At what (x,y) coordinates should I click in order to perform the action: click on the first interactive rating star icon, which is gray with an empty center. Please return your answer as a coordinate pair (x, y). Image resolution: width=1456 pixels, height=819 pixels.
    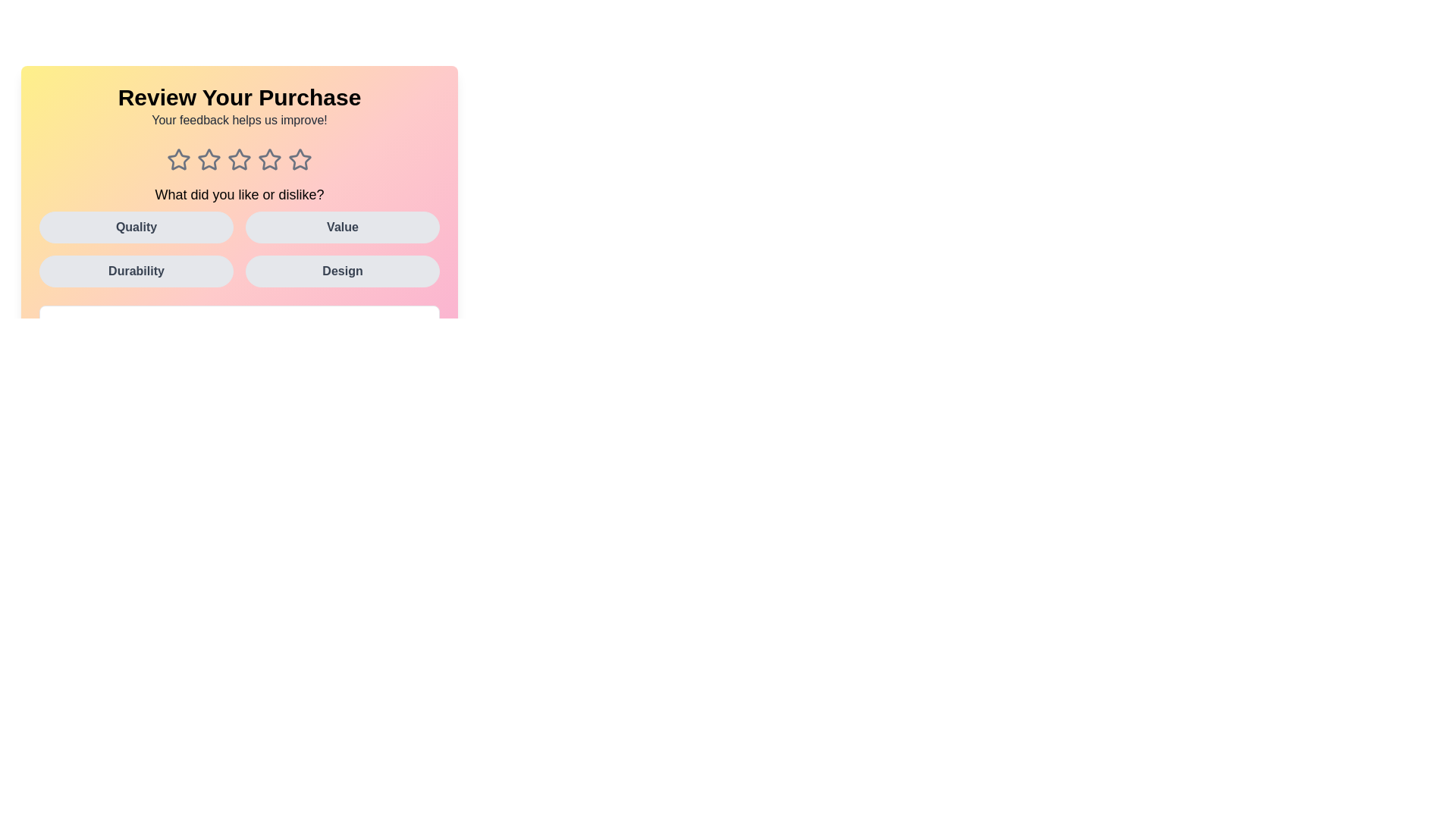
    Looking at the image, I should click on (178, 160).